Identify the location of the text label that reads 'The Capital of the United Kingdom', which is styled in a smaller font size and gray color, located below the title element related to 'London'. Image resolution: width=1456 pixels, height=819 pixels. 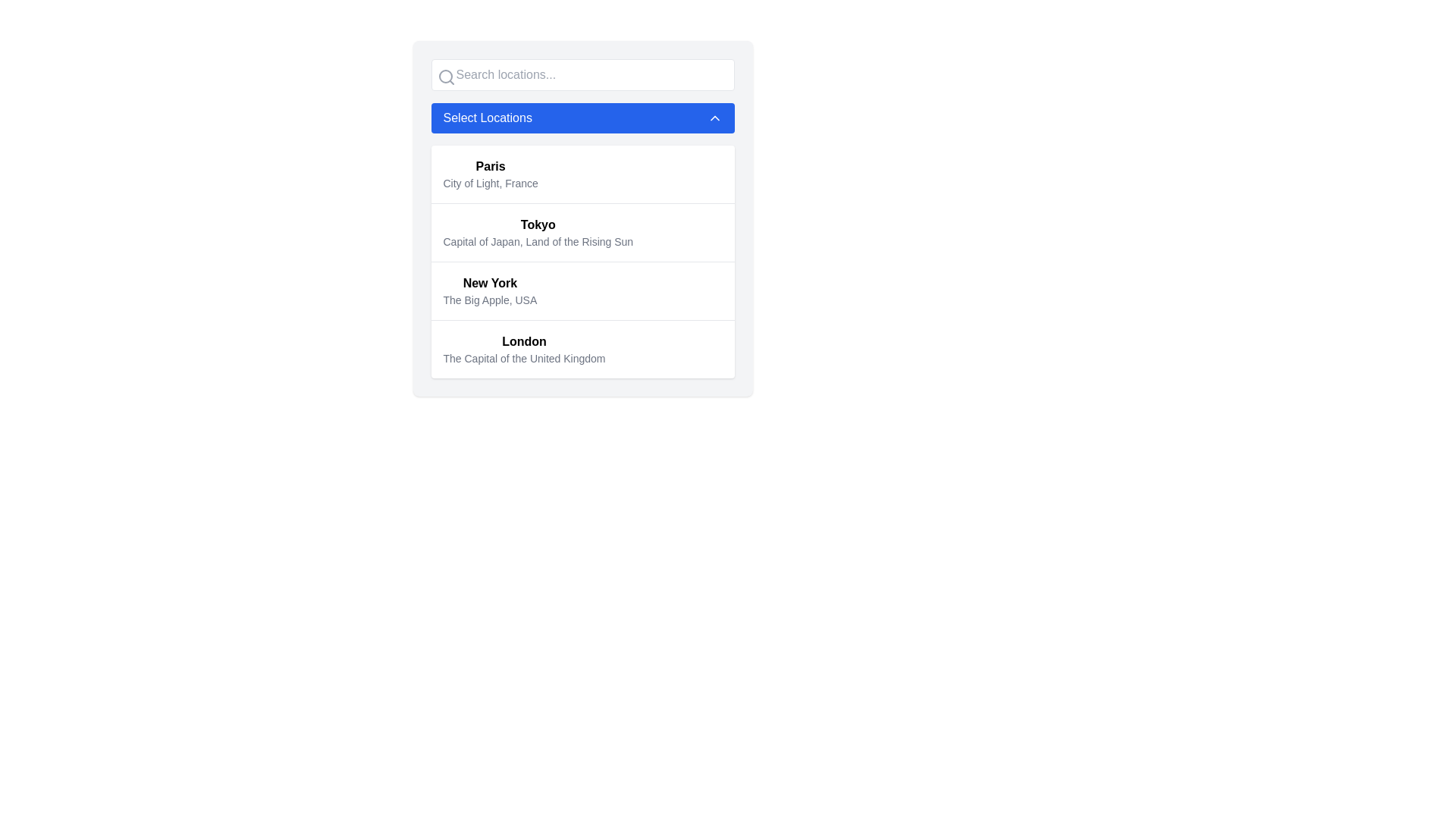
(524, 359).